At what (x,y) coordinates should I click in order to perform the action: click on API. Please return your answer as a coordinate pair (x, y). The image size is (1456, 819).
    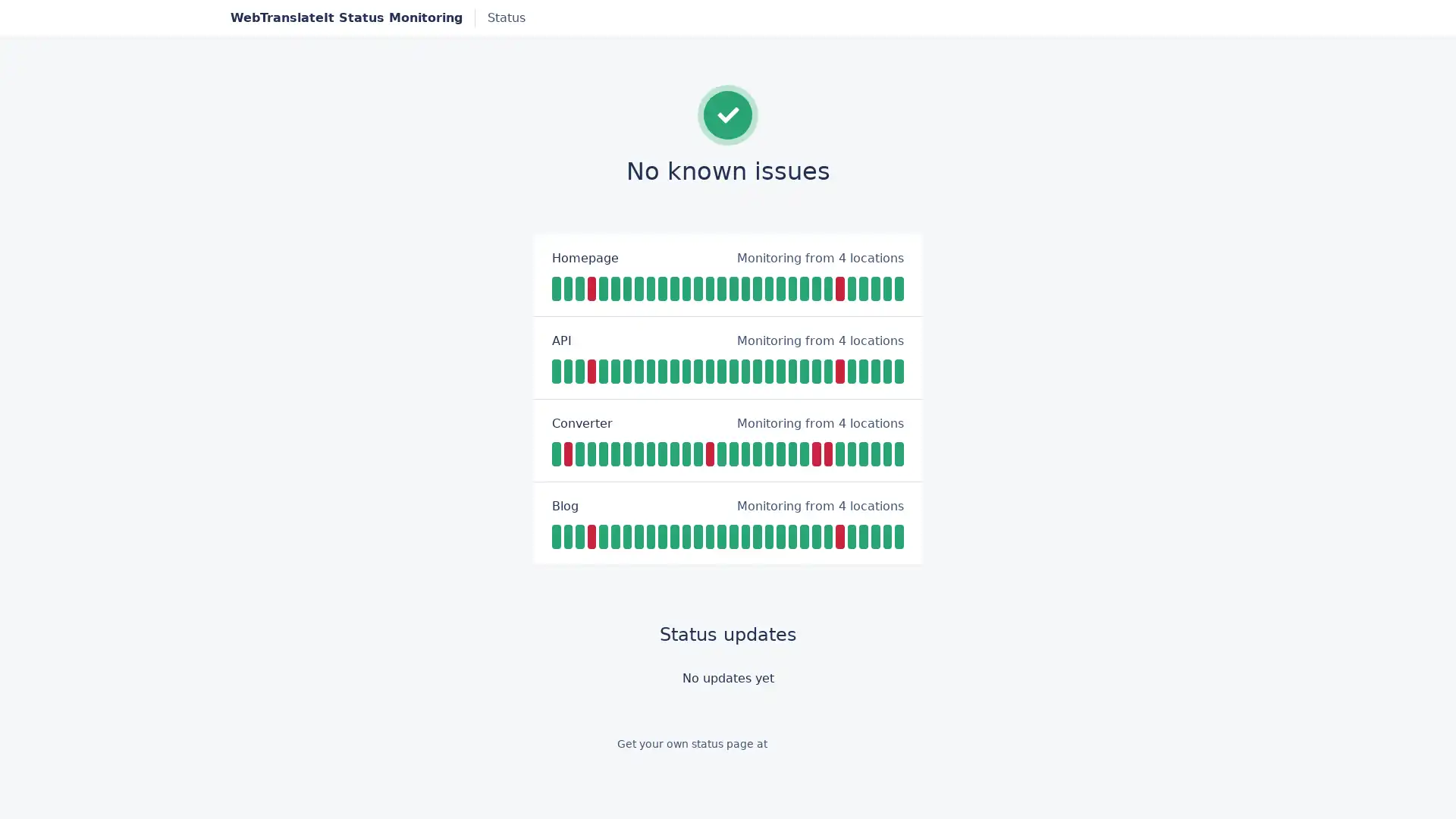
    Looking at the image, I should click on (560, 339).